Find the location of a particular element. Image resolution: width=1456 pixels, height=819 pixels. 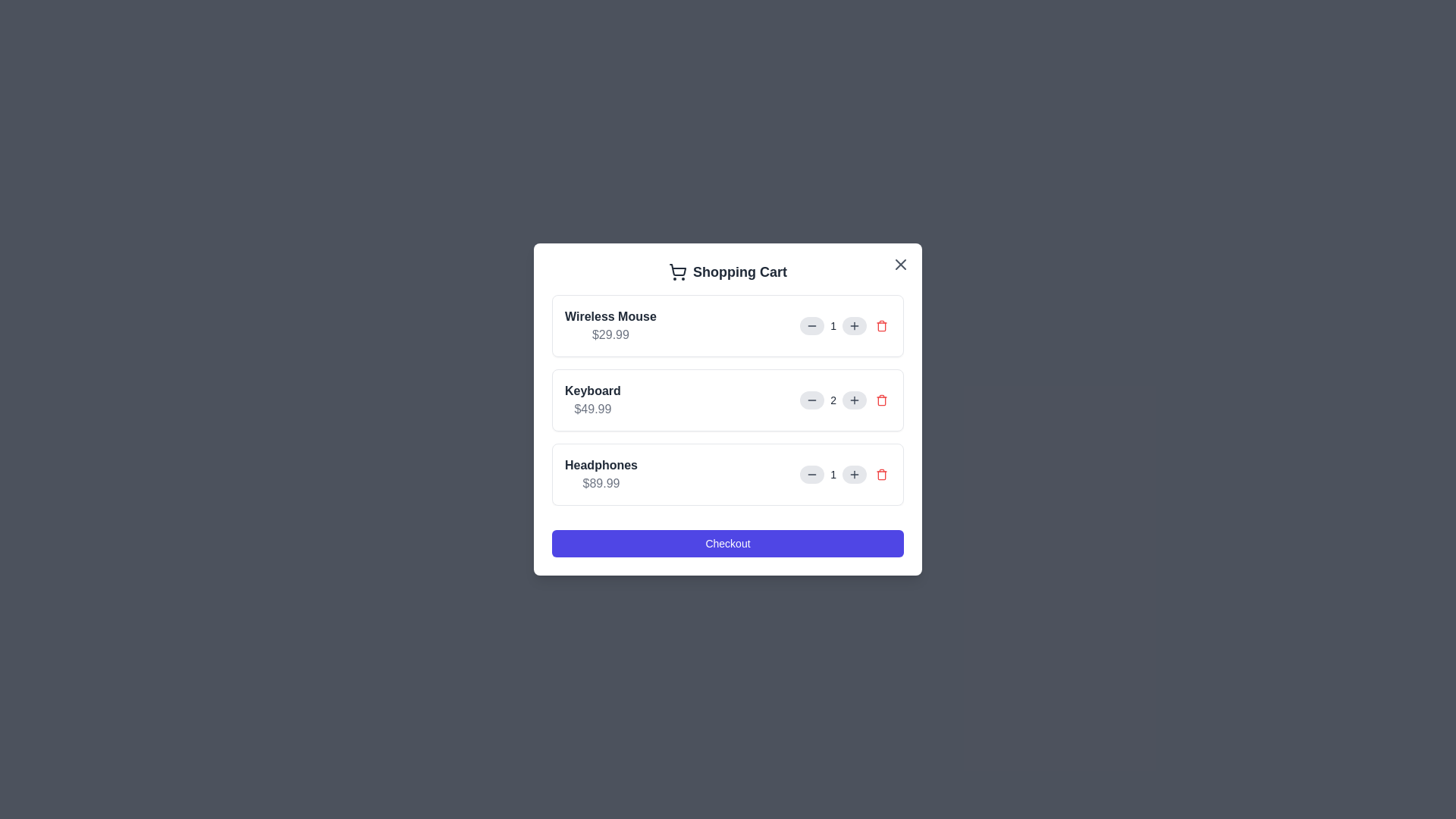

the 'Checkout' button, which is a wide rectangular button with rounded corners, indigo in color, located at the bottom of the shopping cart popup is located at coordinates (728, 543).